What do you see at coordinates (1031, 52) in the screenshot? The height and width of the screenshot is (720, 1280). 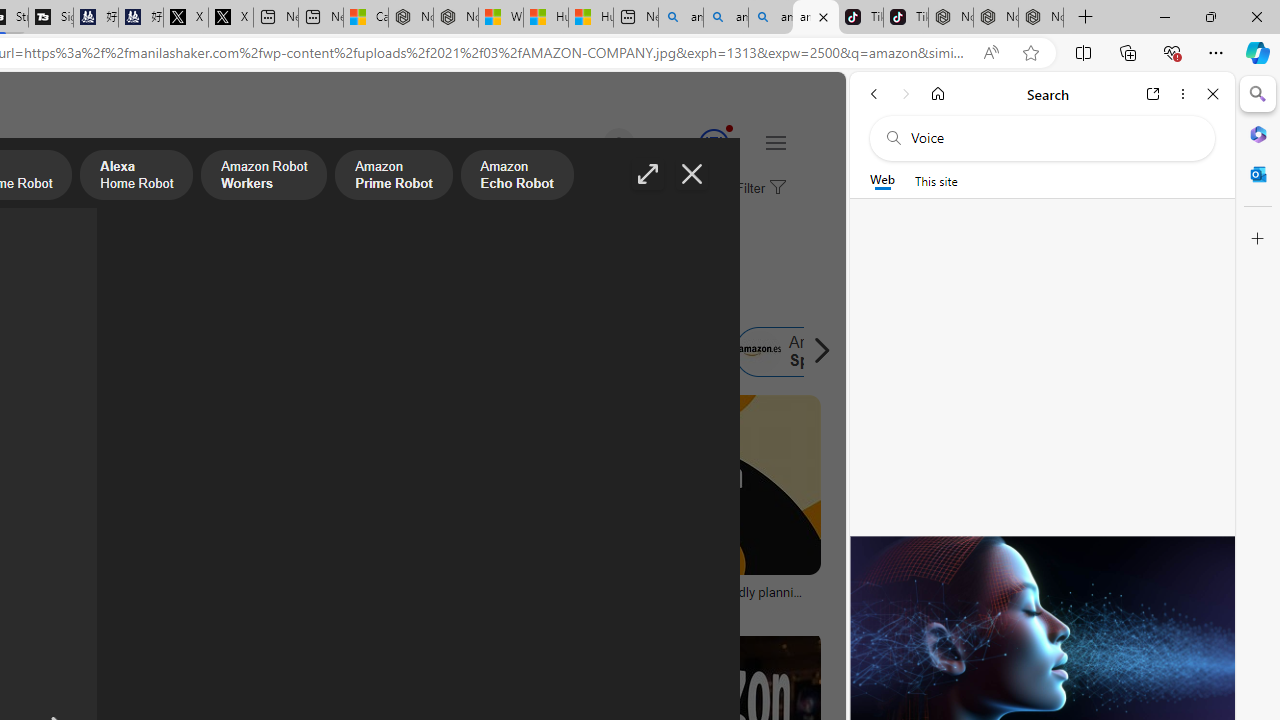 I see `'Add this page to favorites (Ctrl+D)'` at bounding box center [1031, 52].